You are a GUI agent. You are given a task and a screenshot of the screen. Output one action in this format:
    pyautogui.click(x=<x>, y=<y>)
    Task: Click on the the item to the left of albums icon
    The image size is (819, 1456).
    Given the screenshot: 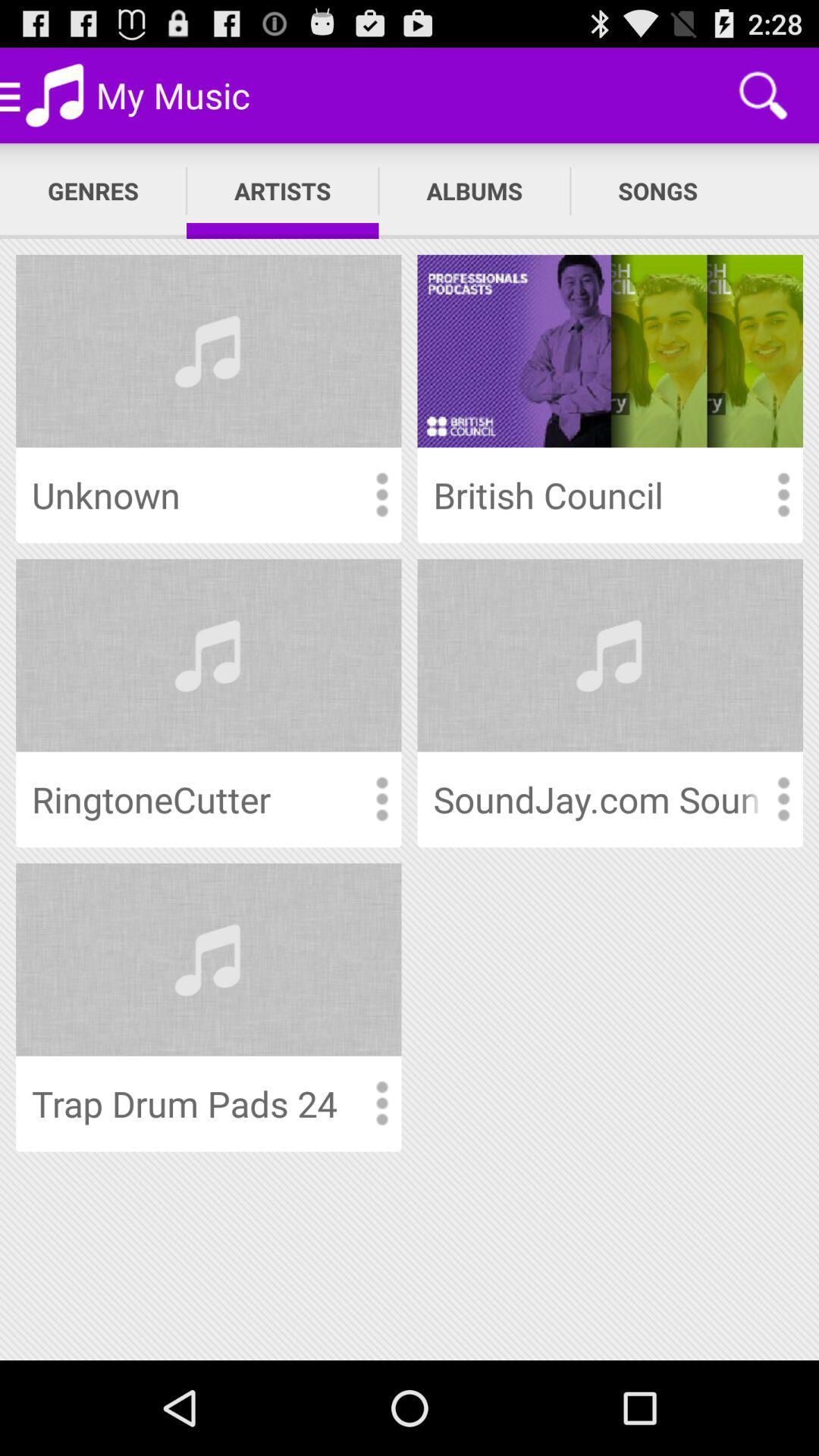 What is the action you would take?
    pyautogui.click(x=282, y=190)
    